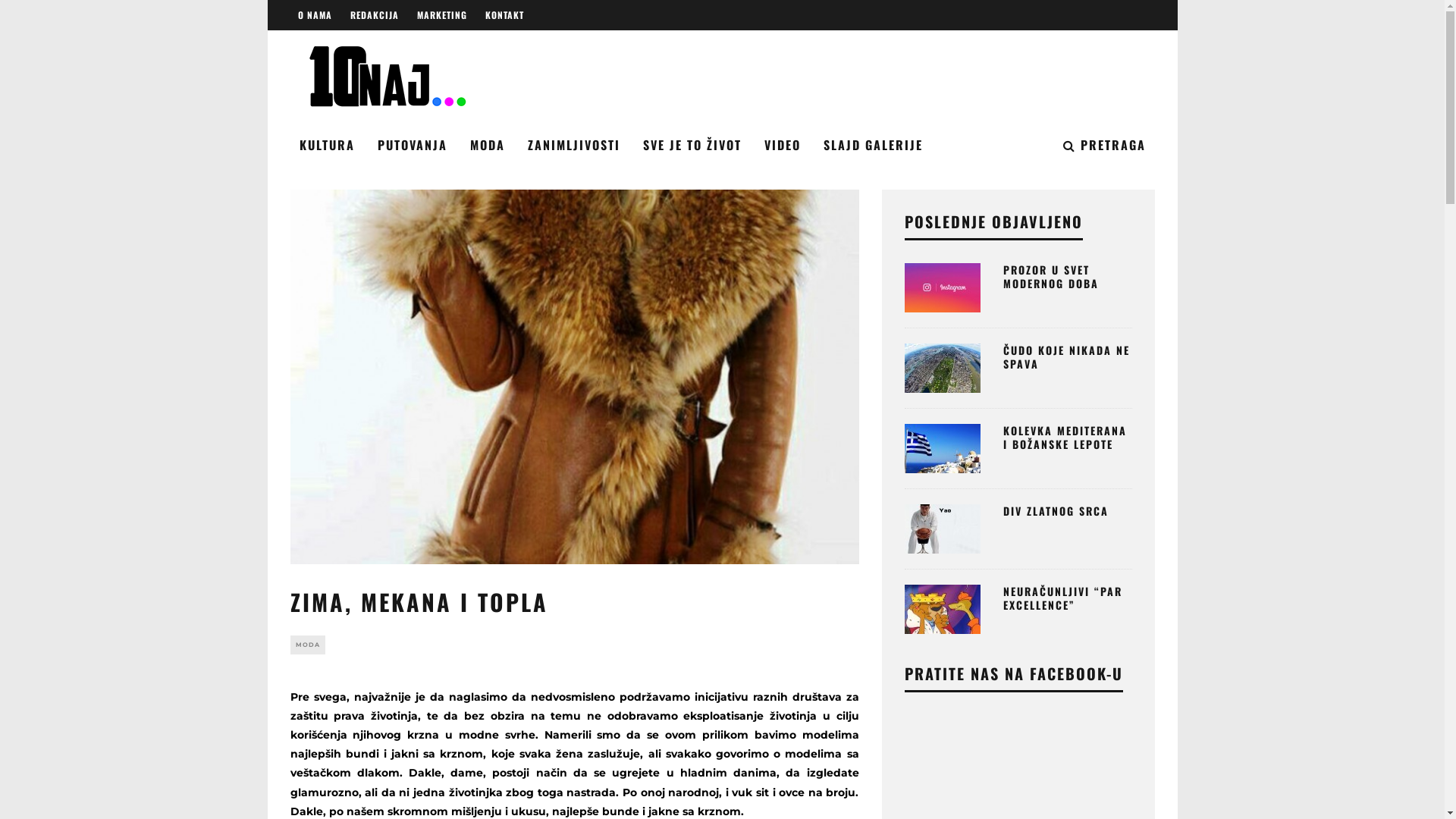 Image resolution: width=1456 pixels, height=819 pixels. What do you see at coordinates (504, 14) in the screenshot?
I see `'KONTAKT'` at bounding box center [504, 14].